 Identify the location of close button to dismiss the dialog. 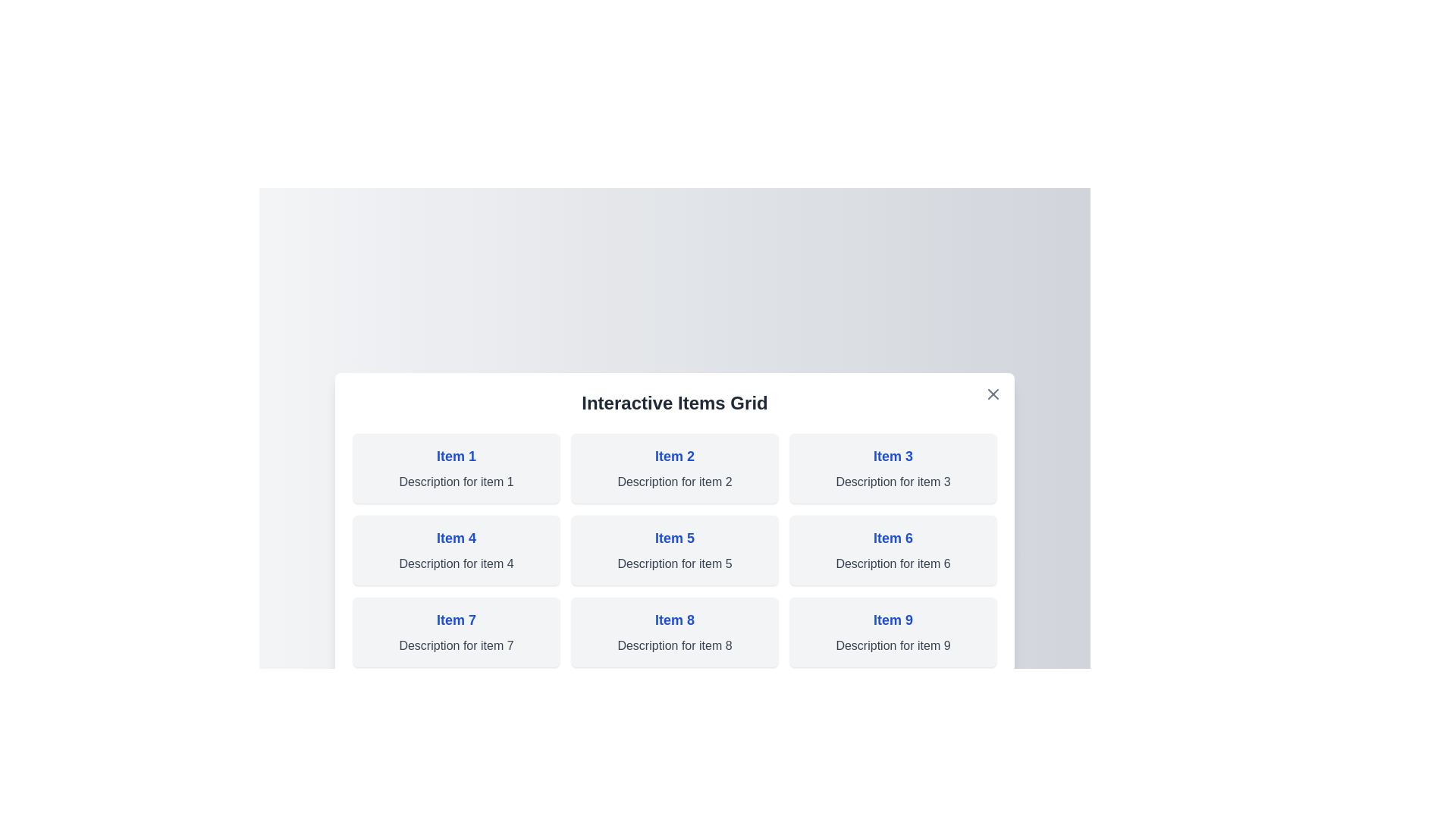
(993, 393).